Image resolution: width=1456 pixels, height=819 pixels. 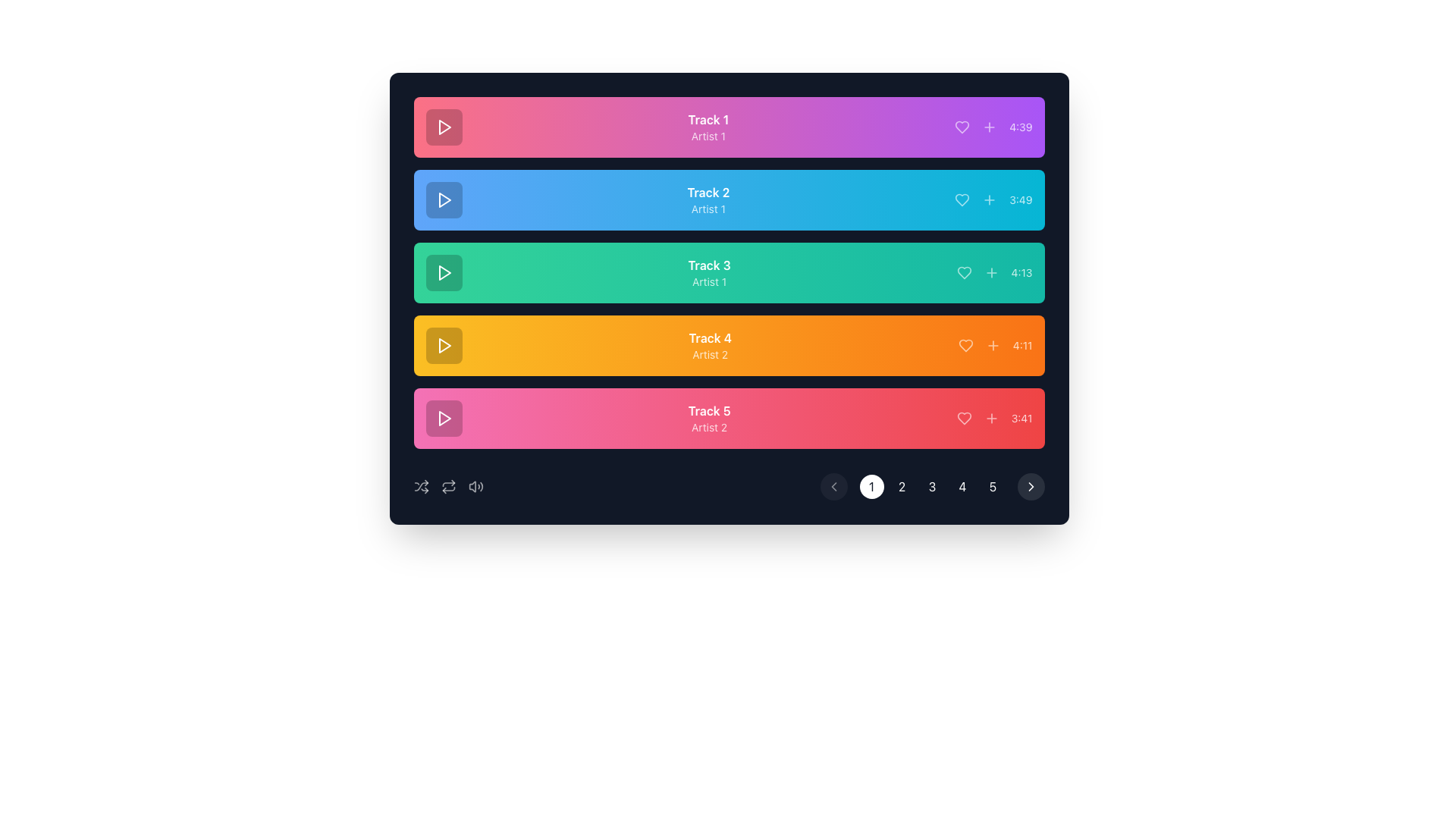 What do you see at coordinates (443, 271) in the screenshot?
I see `the play button located centrally within the green bar associated with 'Track 3' to play the track` at bounding box center [443, 271].